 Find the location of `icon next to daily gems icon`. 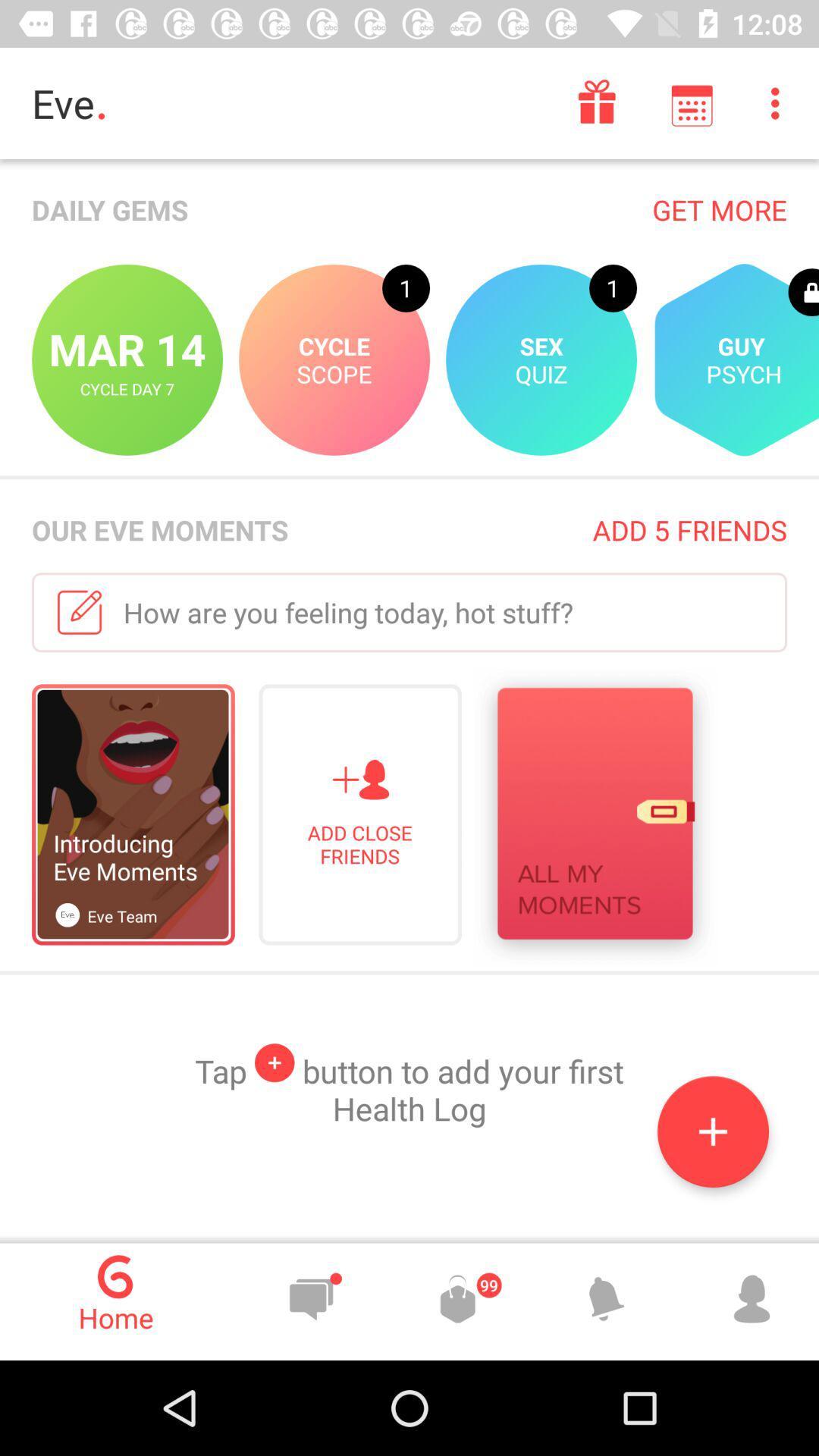

icon next to daily gems icon is located at coordinates (719, 209).